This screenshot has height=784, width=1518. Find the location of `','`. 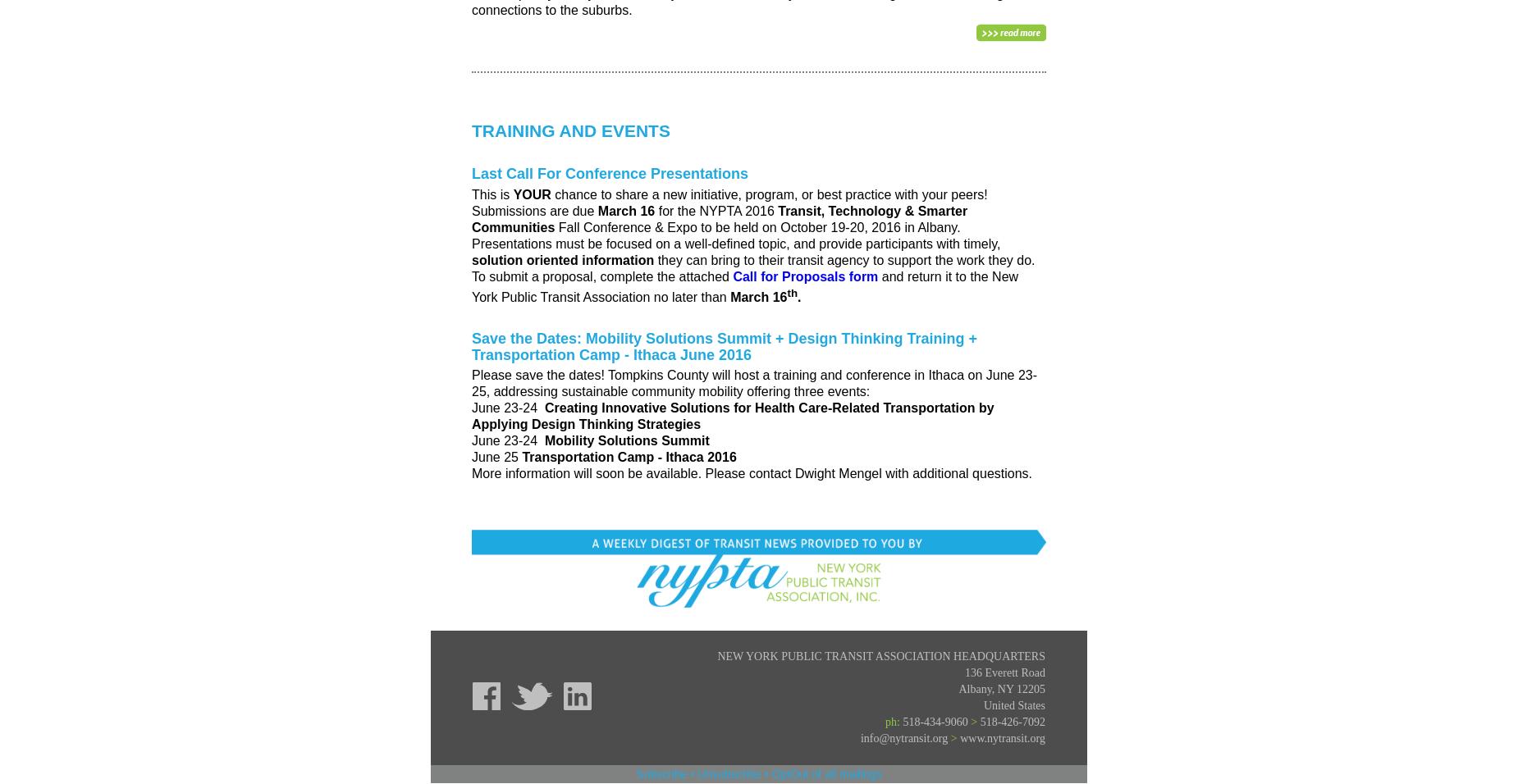

',' is located at coordinates (993, 689).